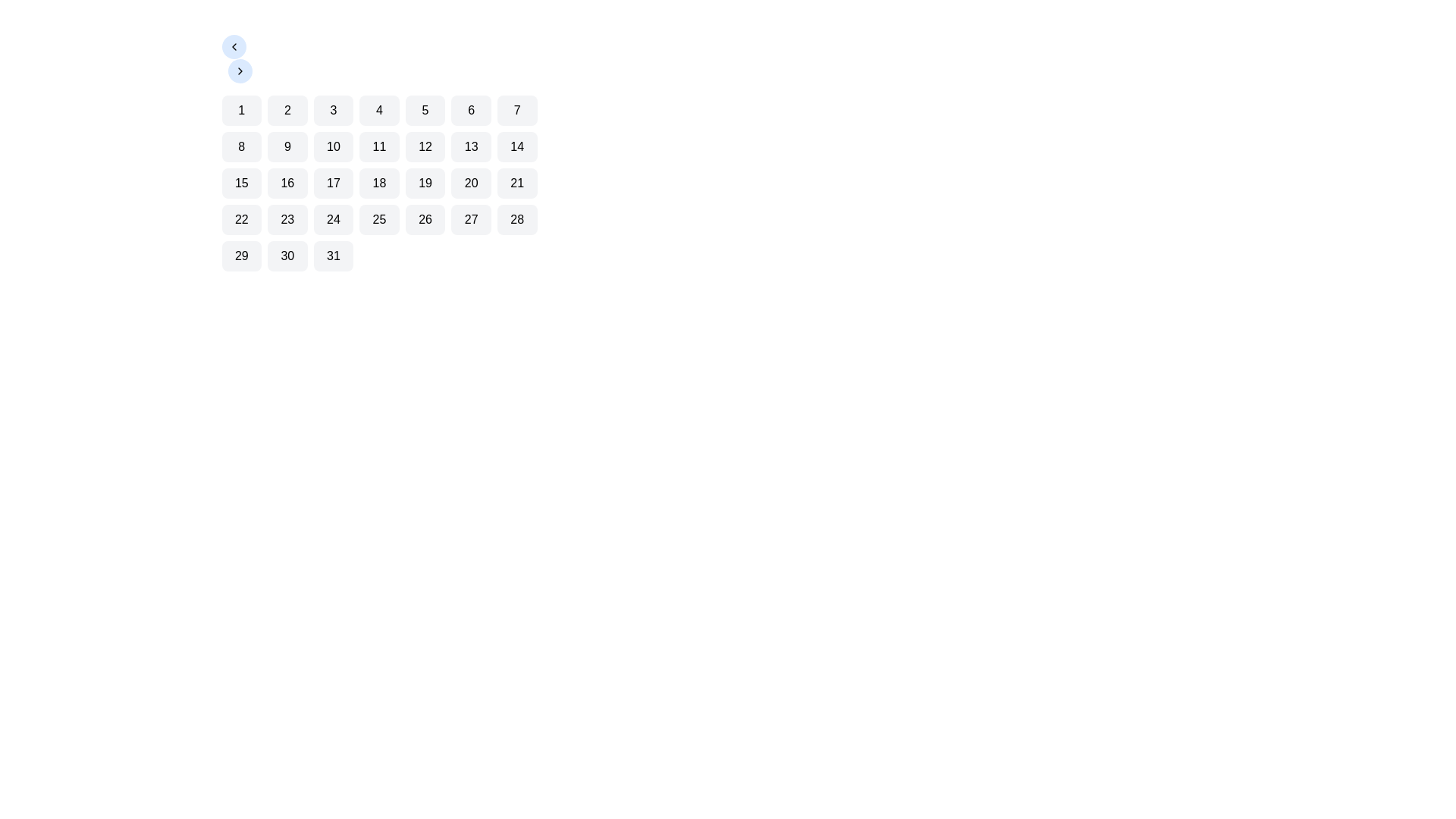 The height and width of the screenshot is (819, 1456). What do you see at coordinates (470, 183) in the screenshot?
I see `the interactive calendar day cell labeled '20'` at bounding box center [470, 183].